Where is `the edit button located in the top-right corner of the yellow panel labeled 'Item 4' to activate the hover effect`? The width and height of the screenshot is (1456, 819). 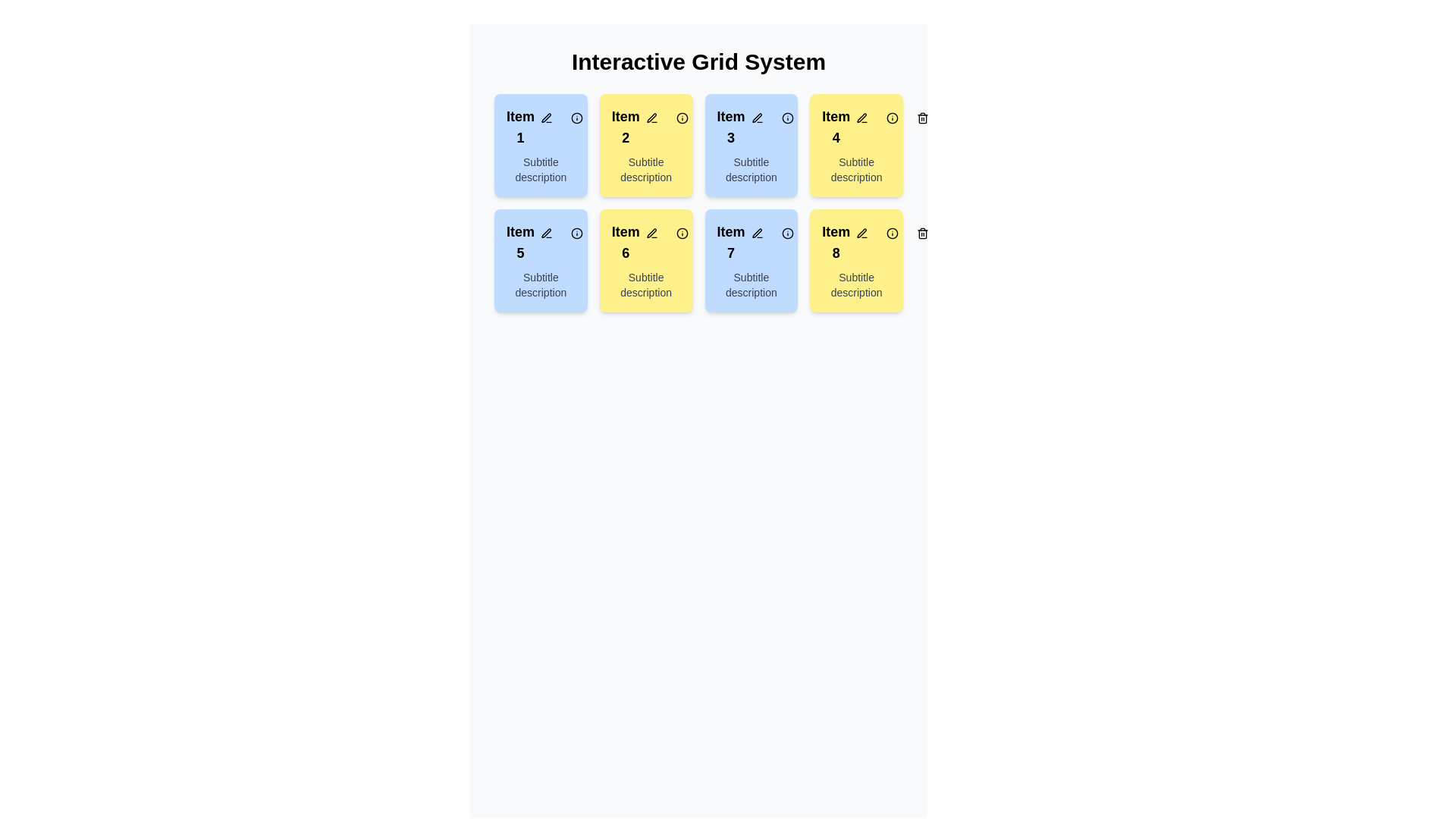 the edit button located in the top-right corner of the yellow panel labeled 'Item 4' to activate the hover effect is located at coordinates (862, 117).